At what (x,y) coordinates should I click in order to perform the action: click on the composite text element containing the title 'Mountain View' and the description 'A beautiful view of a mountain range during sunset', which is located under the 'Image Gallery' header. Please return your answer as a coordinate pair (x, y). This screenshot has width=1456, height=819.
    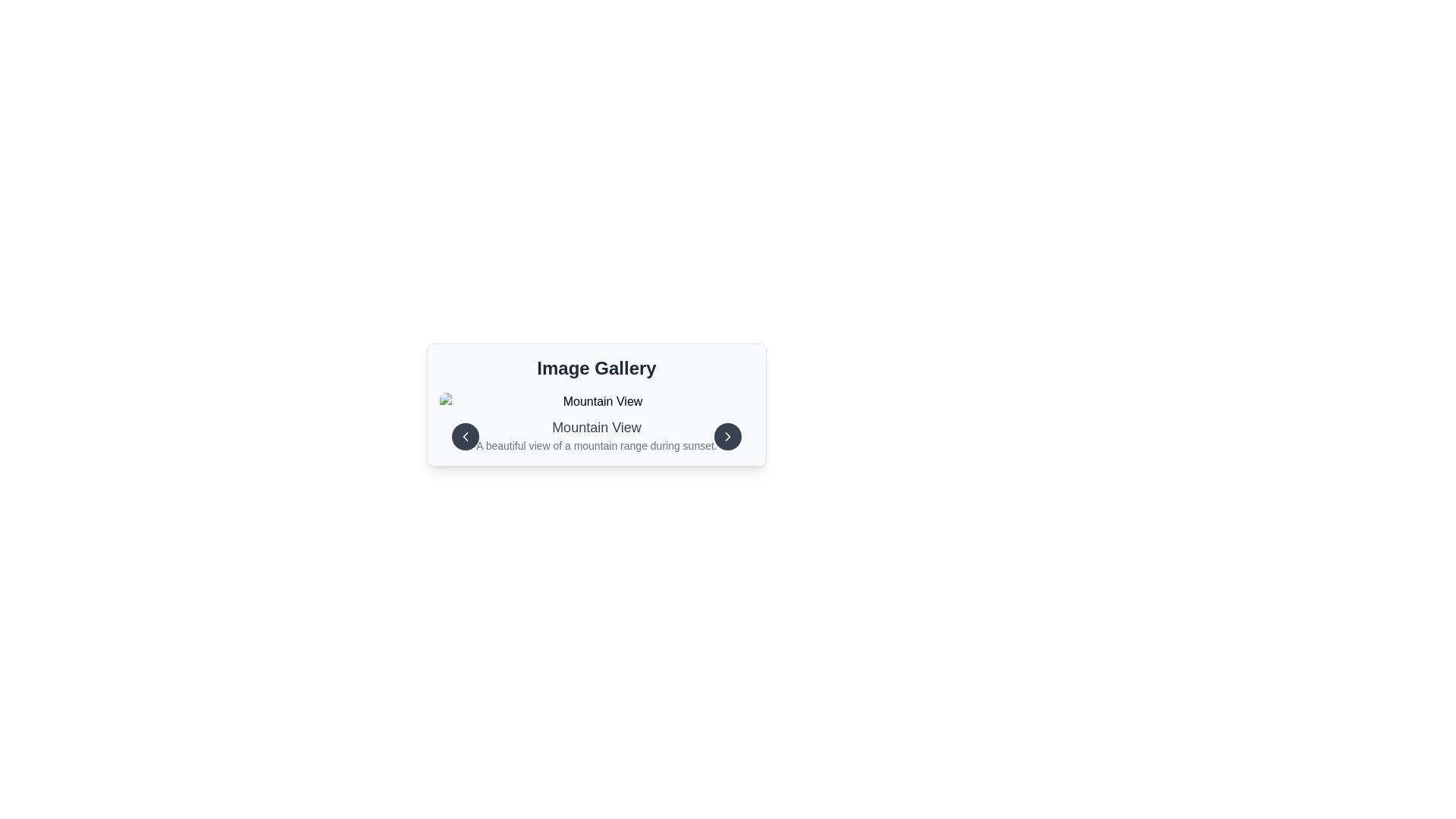
    Looking at the image, I should click on (596, 423).